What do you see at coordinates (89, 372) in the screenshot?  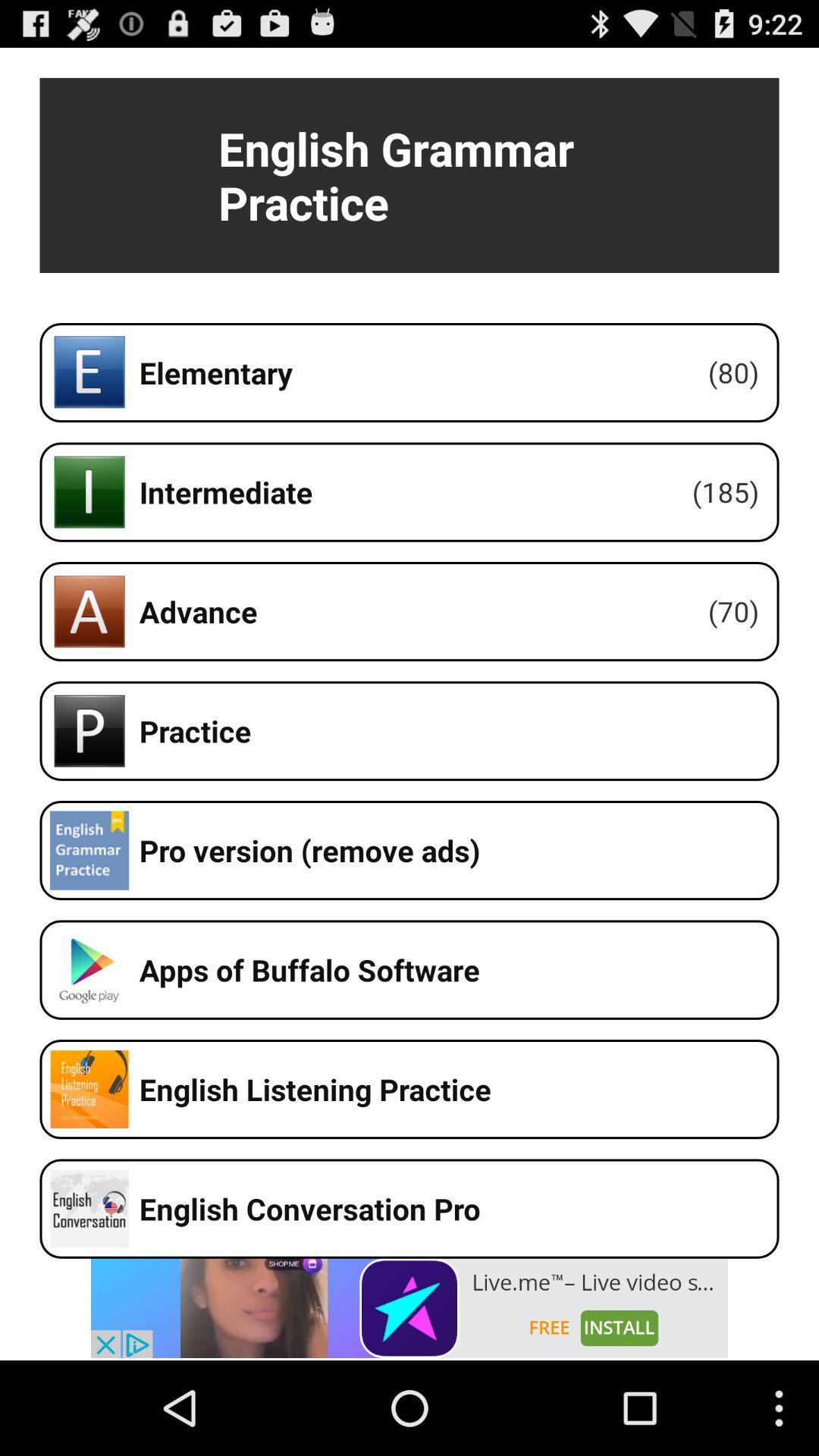 I see `the icon which is left side of the elementary` at bounding box center [89, 372].